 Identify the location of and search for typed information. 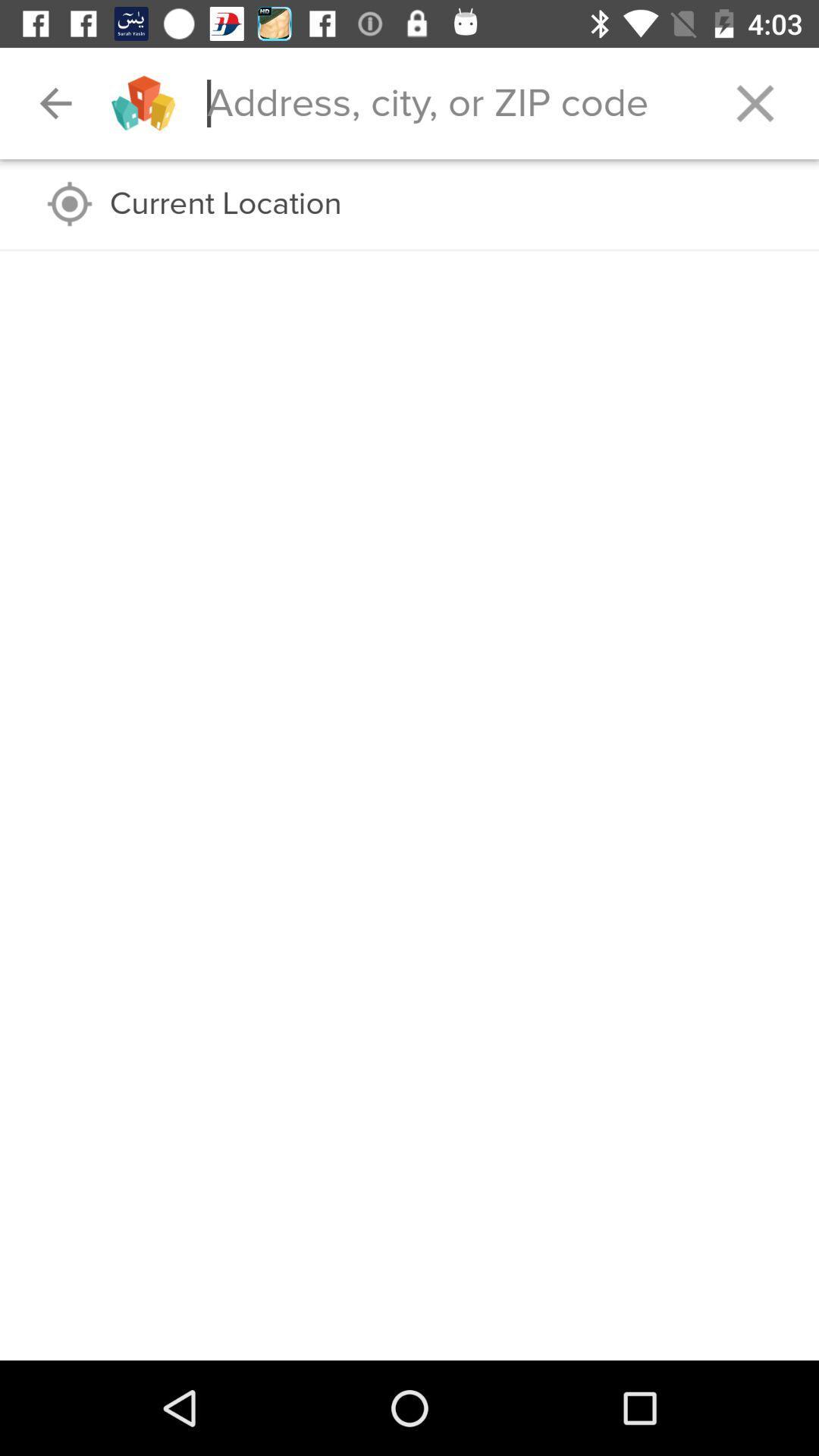
(448, 102).